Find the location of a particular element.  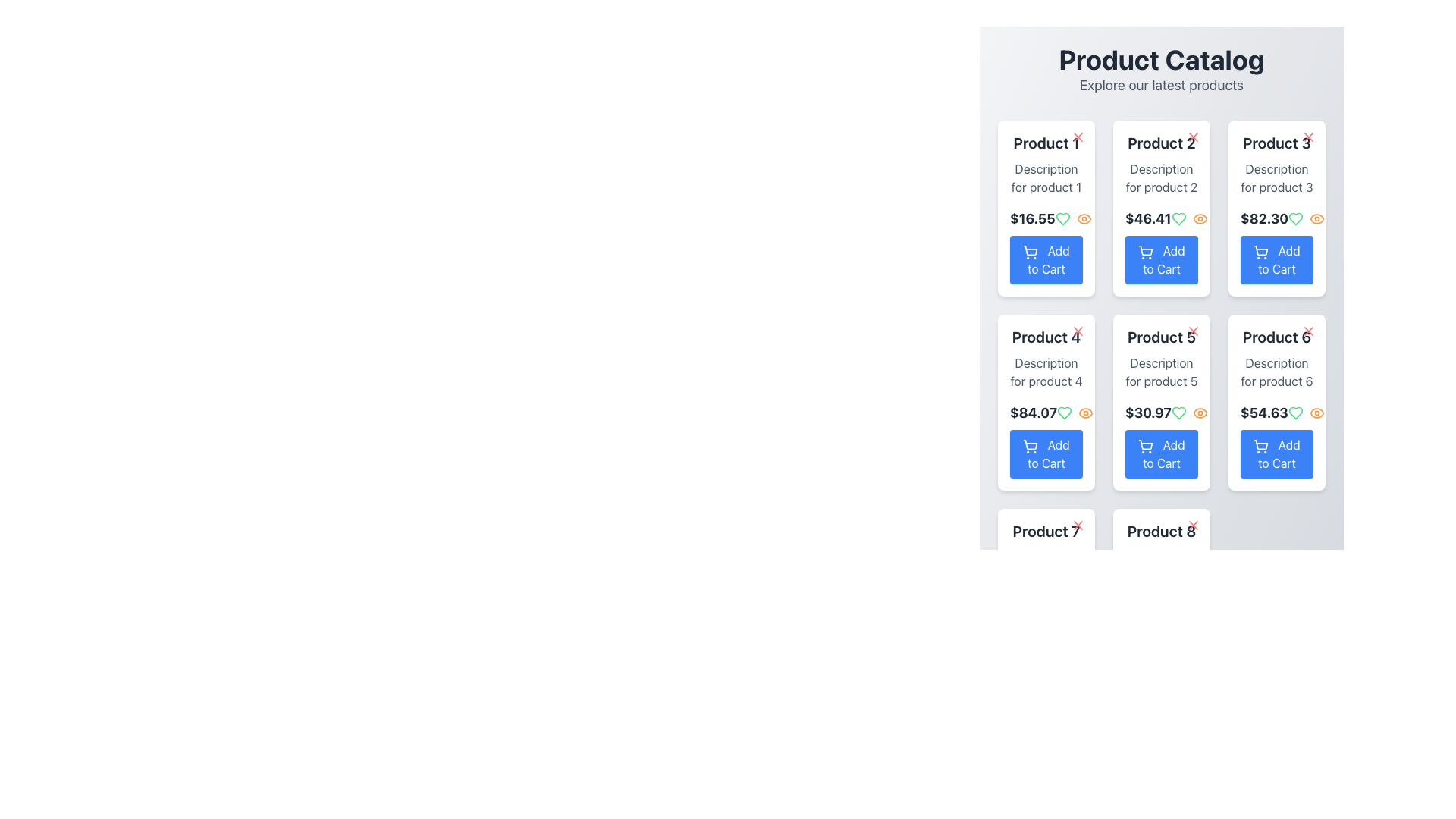

the simplified shopping cart icon located within the third product card of the grid layout is located at coordinates (1261, 249).